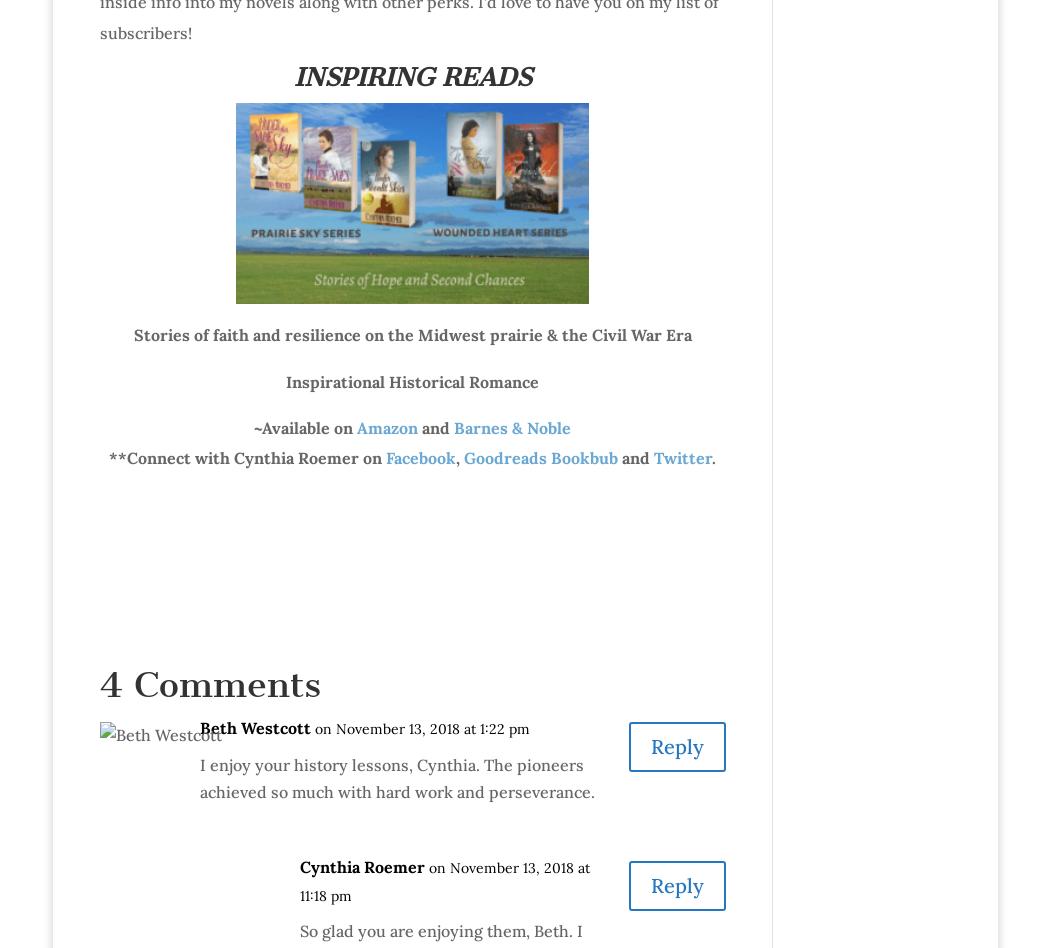 Image resolution: width=1050 pixels, height=948 pixels. What do you see at coordinates (616, 335) in the screenshot?
I see `'& the Civil War Era'` at bounding box center [616, 335].